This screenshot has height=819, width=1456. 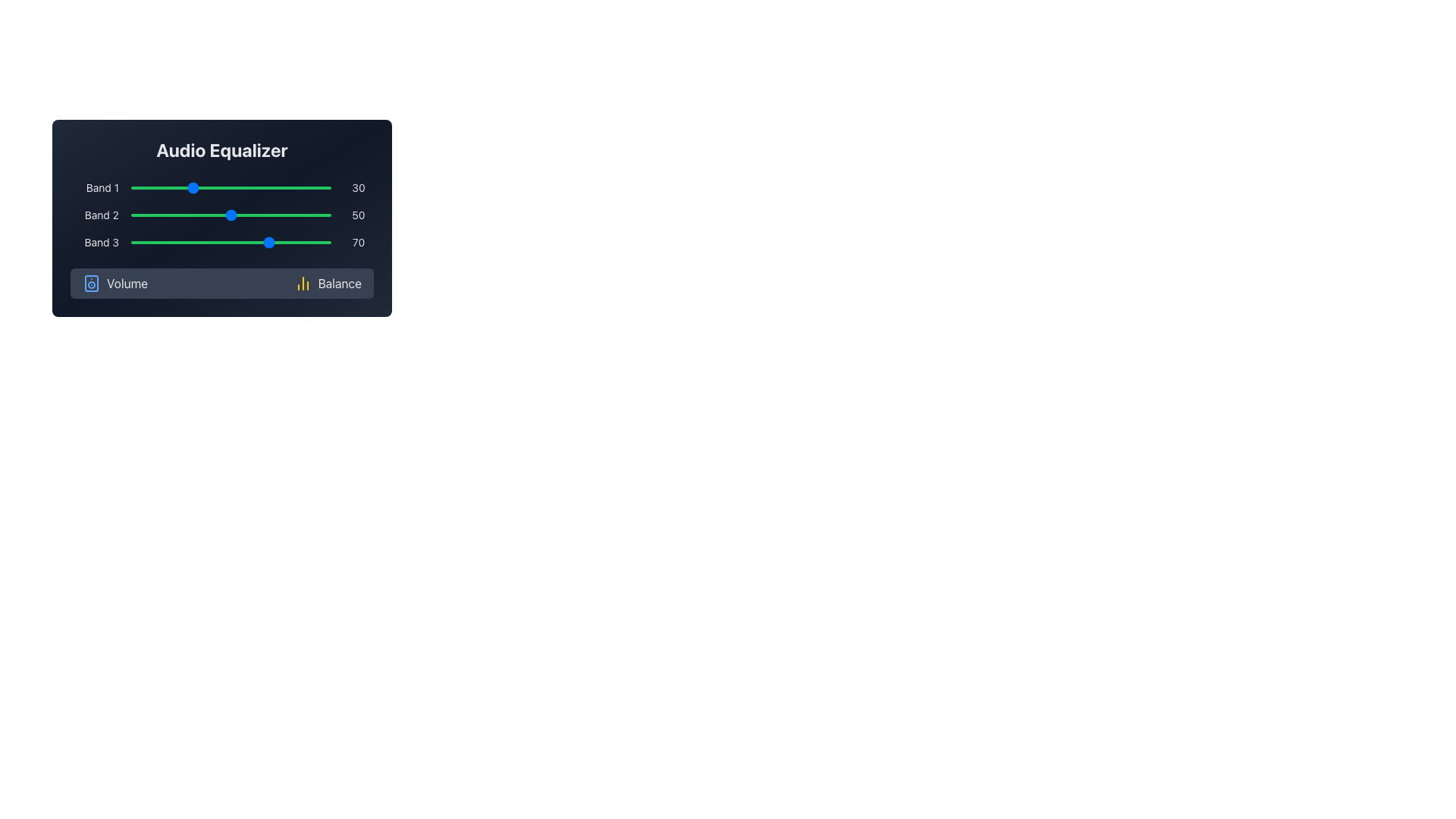 What do you see at coordinates (304, 242) in the screenshot?
I see `the Band 3 slider` at bounding box center [304, 242].